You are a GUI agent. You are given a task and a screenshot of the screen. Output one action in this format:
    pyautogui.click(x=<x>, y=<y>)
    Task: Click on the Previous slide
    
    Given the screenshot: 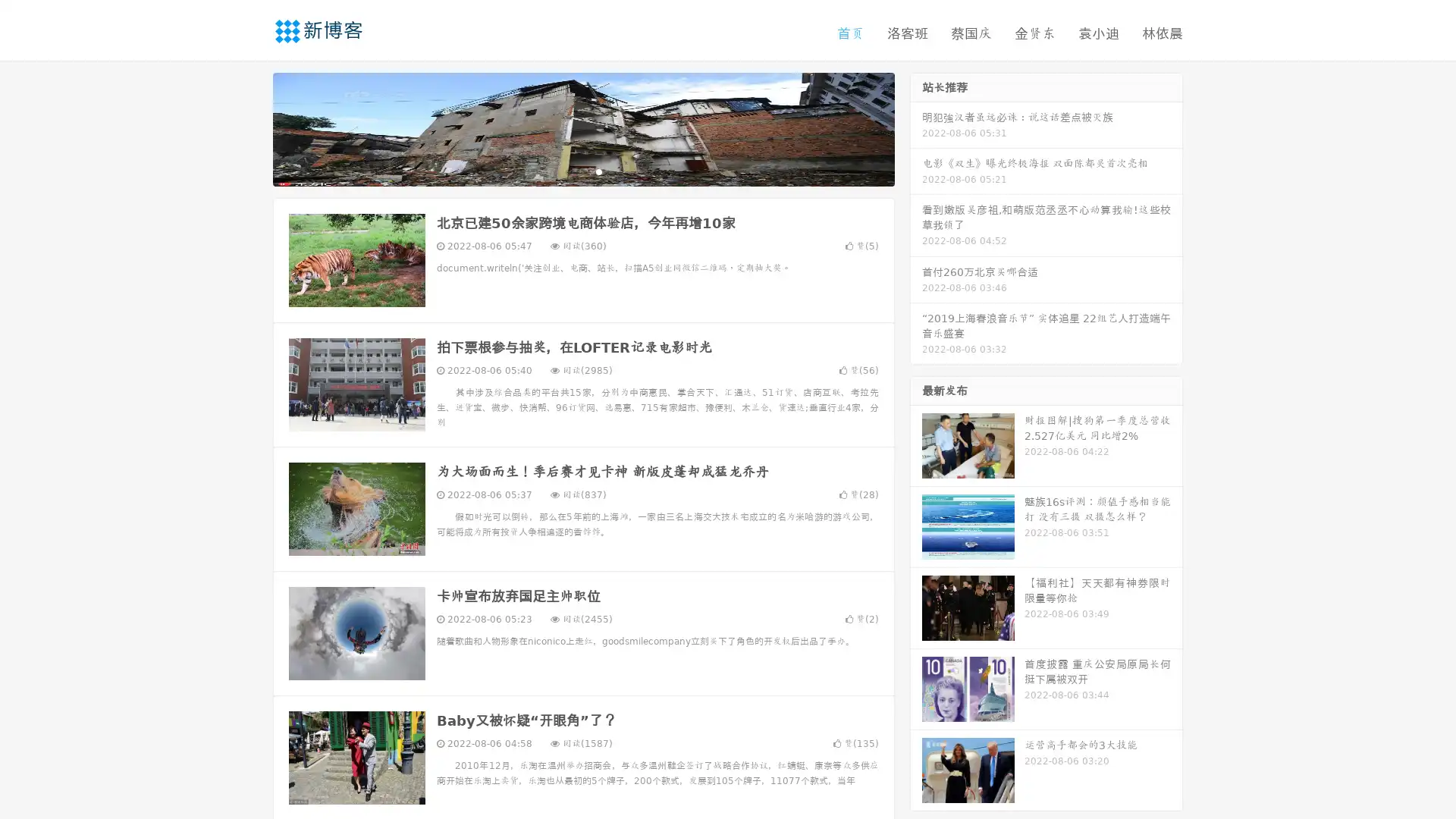 What is the action you would take?
    pyautogui.click(x=250, y=127)
    